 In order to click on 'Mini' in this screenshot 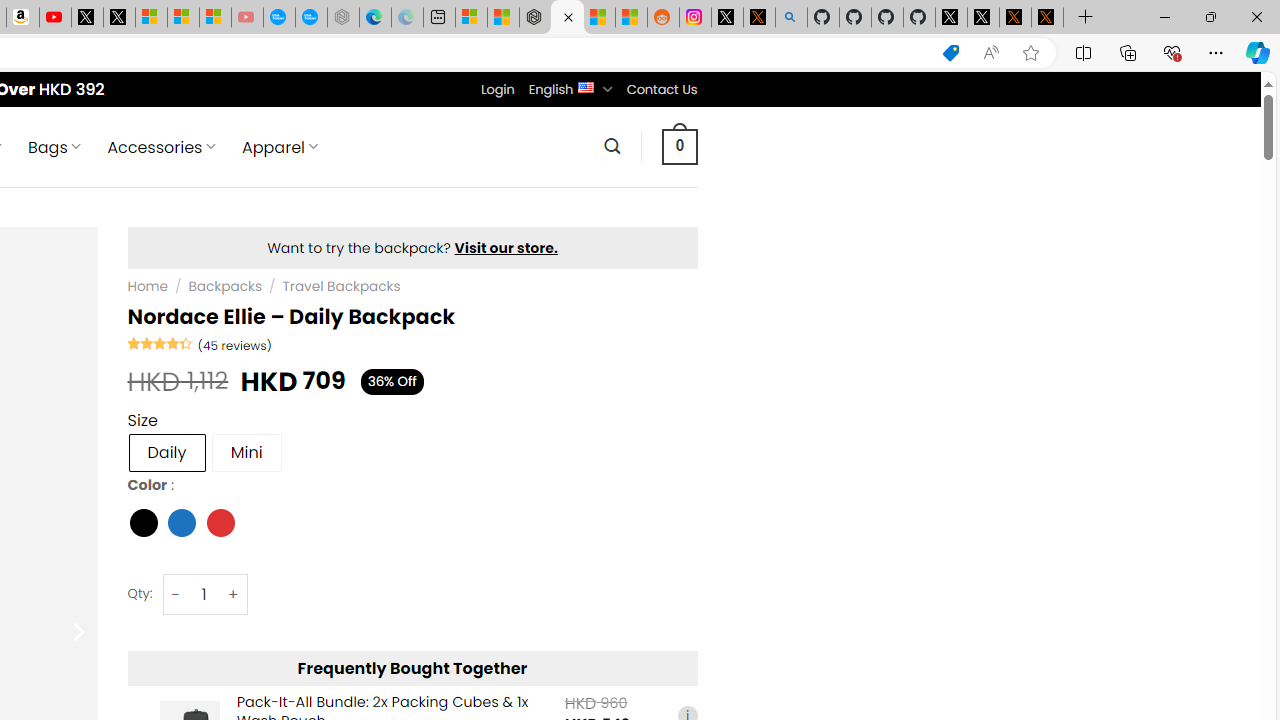, I will do `click(245, 452)`.